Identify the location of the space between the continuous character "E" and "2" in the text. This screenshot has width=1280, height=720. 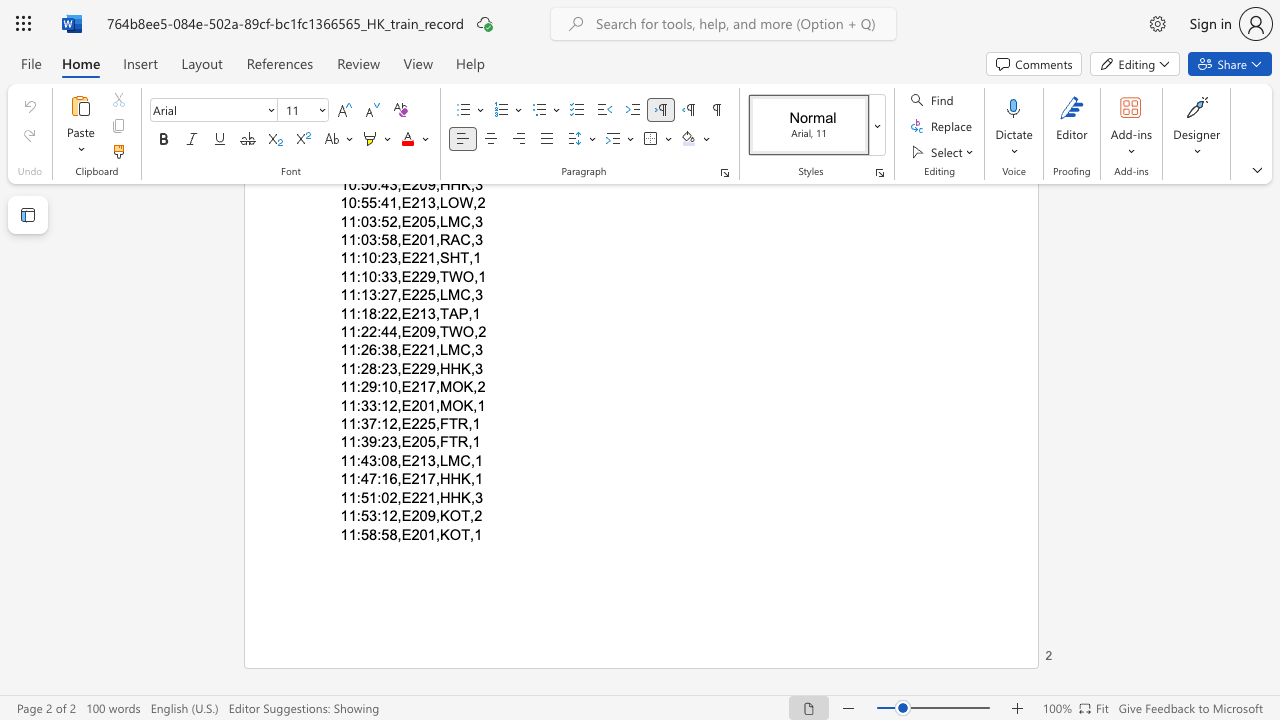
(410, 479).